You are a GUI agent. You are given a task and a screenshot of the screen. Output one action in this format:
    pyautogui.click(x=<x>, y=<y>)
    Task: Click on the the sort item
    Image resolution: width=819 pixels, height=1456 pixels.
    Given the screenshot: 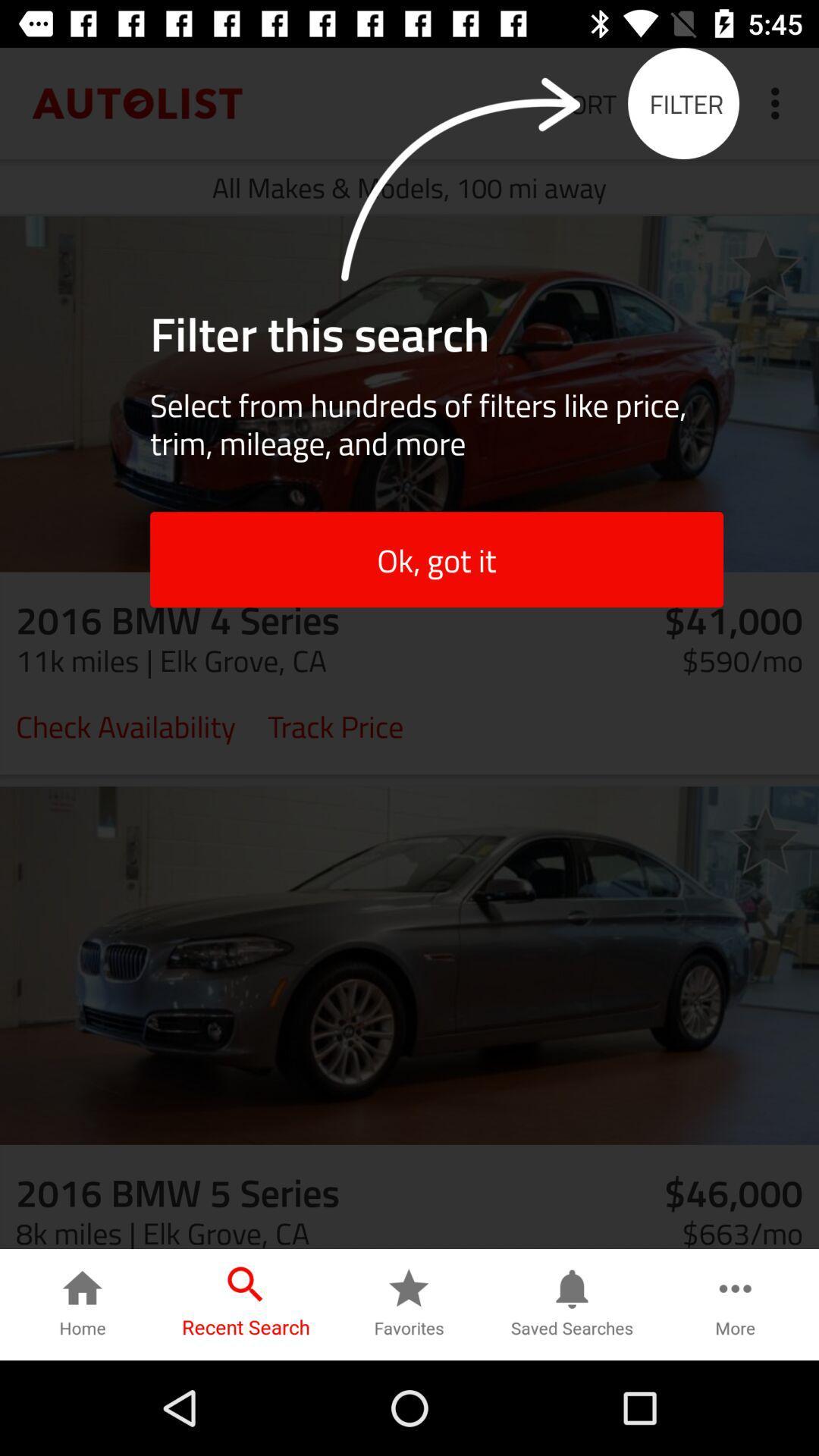 What is the action you would take?
    pyautogui.click(x=585, y=102)
    